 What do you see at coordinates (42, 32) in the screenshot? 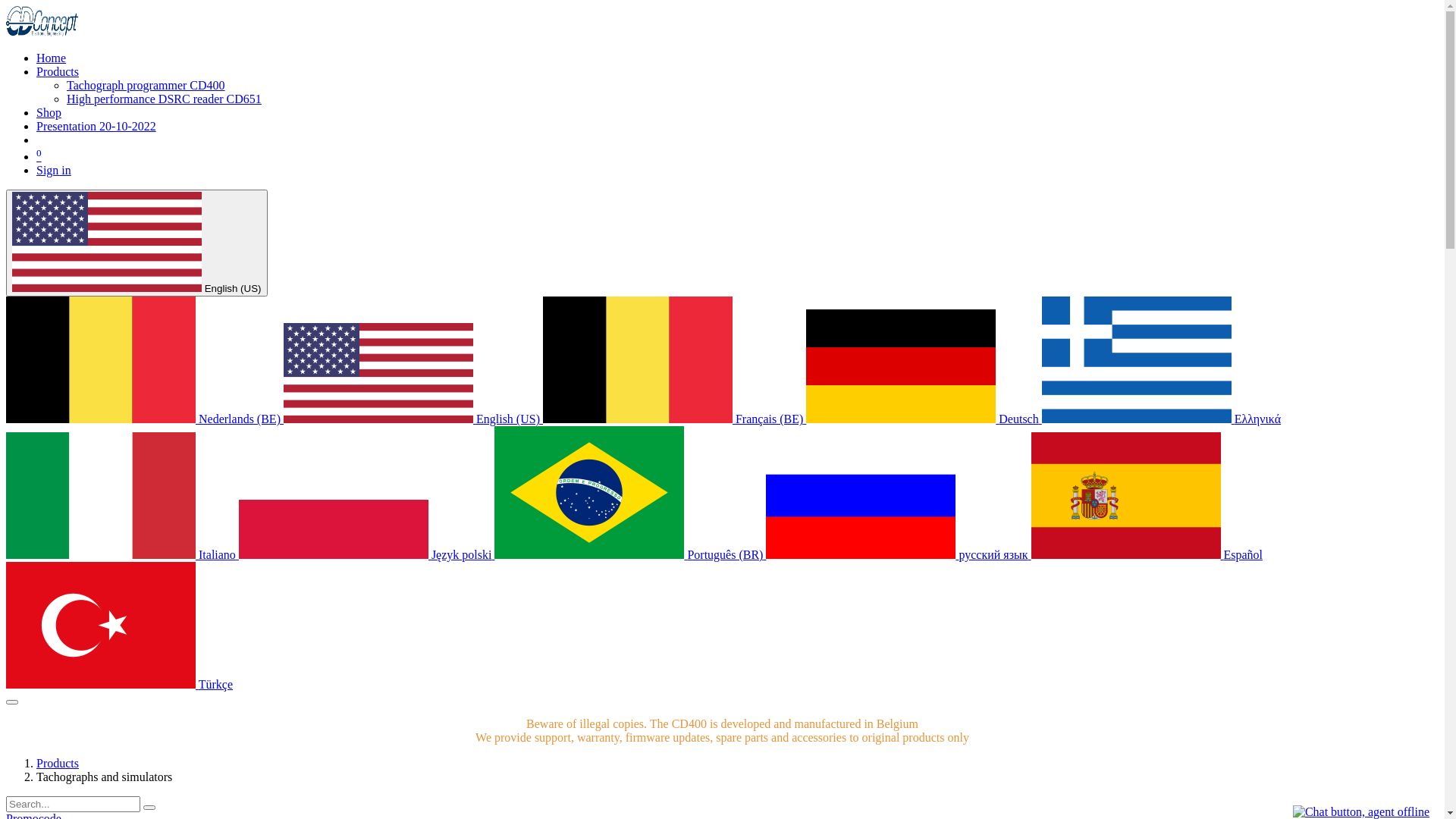
I see `'www.cdconcept.be'` at bounding box center [42, 32].